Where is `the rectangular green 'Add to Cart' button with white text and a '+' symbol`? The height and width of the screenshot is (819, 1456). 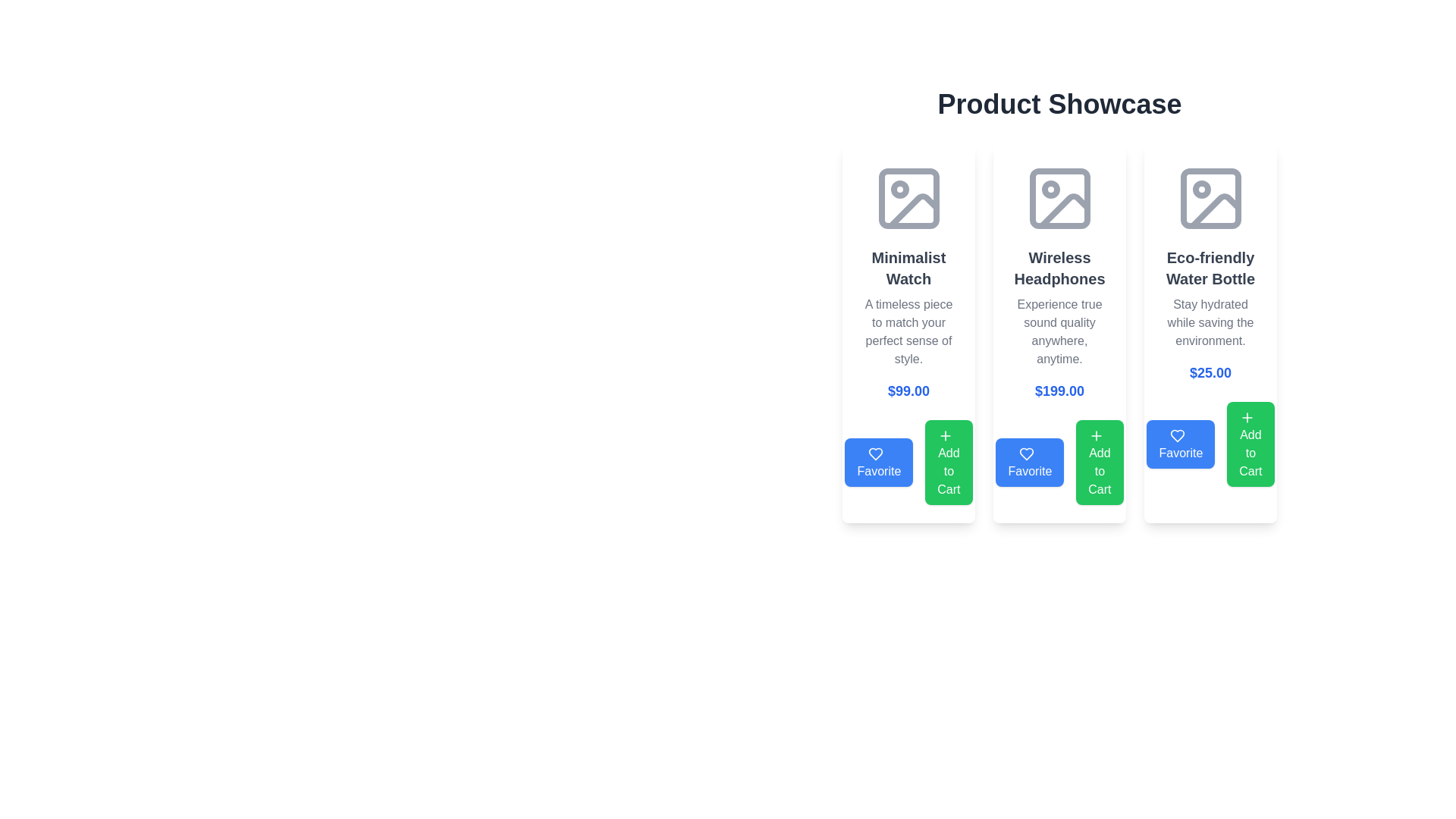 the rectangular green 'Add to Cart' button with white text and a '+' symbol is located at coordinates (1250, 444).